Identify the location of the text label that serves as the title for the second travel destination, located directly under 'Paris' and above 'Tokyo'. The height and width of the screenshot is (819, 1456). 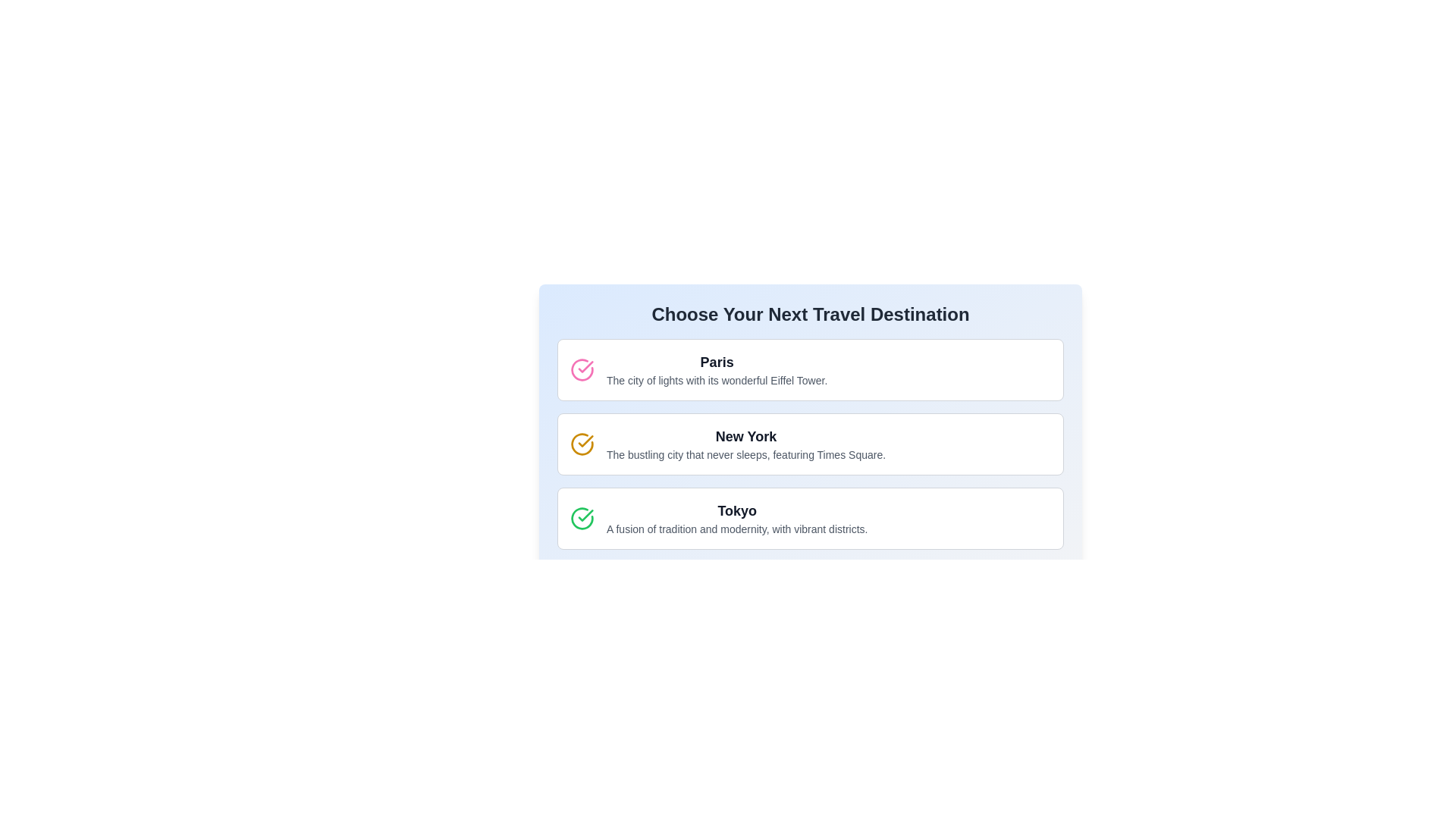
(745, 436).